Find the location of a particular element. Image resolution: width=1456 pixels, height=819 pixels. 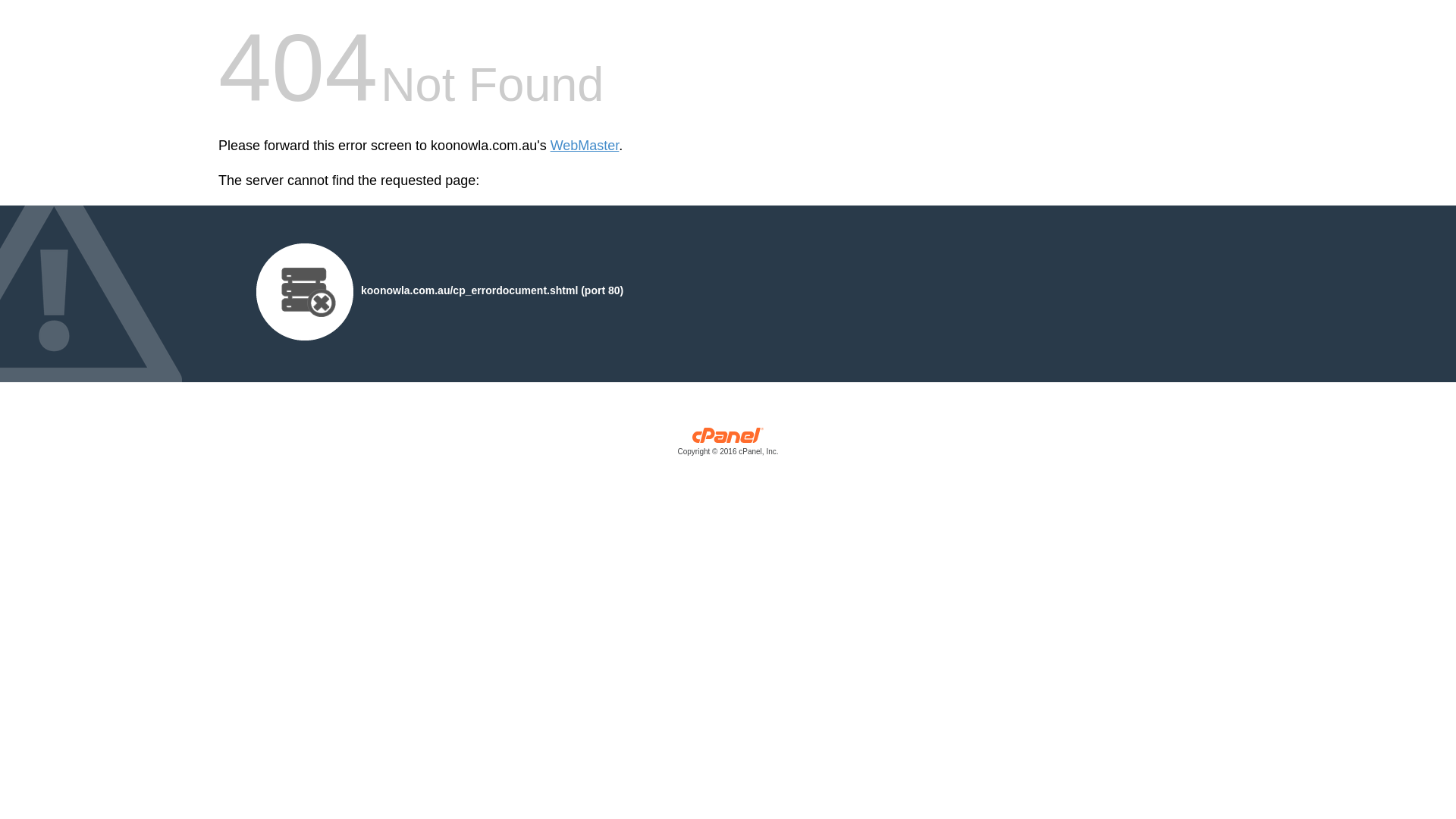

'WebMaster' is located at coordinates (549, 146).